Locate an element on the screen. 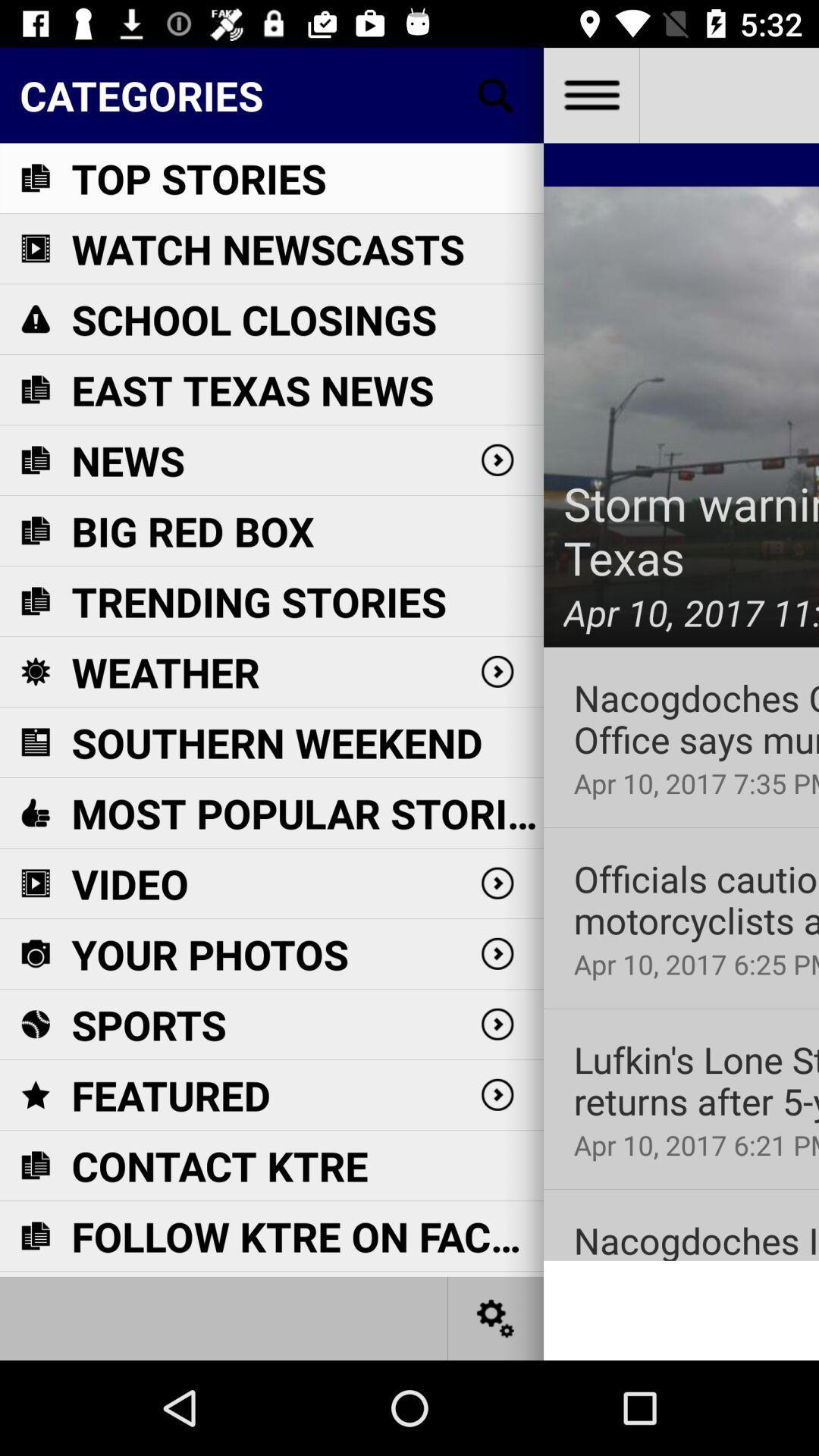  the settings icon is located at coordinates (496, 1317).